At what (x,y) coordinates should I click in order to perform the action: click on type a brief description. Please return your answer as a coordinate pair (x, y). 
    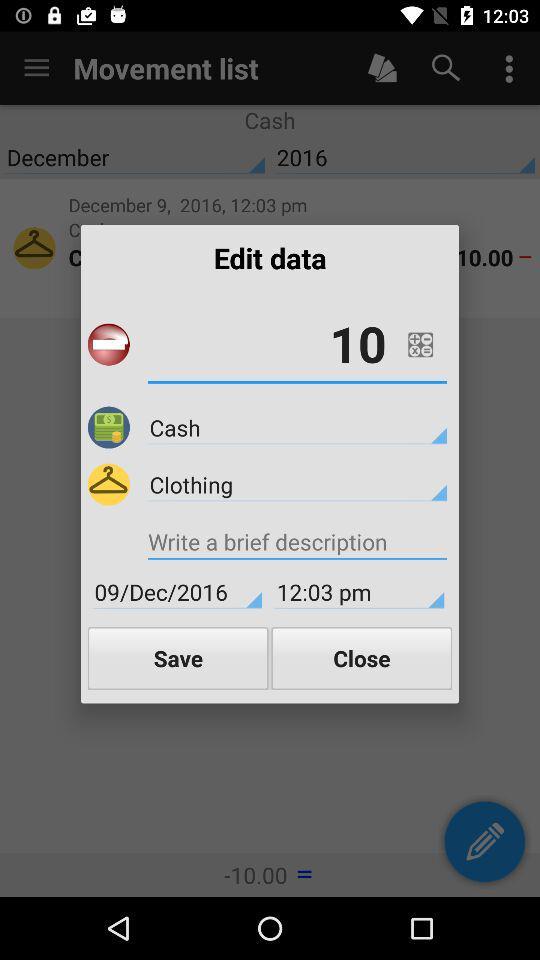
    Looking at the image, I should click on (296, 544).